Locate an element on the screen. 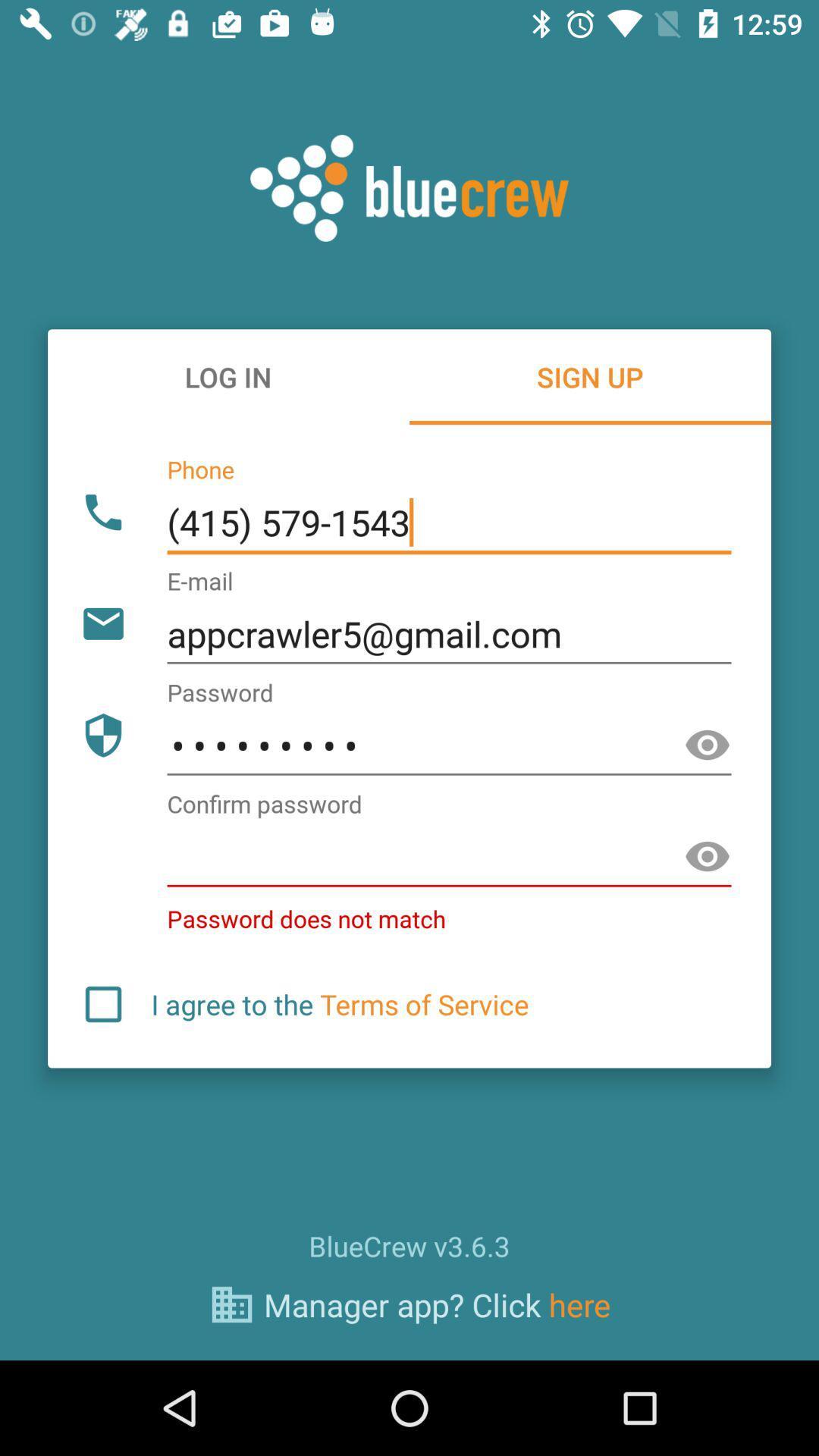 Image resolution: width=819 pixels, height=1456 pixels. password is located at coordinates (448, 858).